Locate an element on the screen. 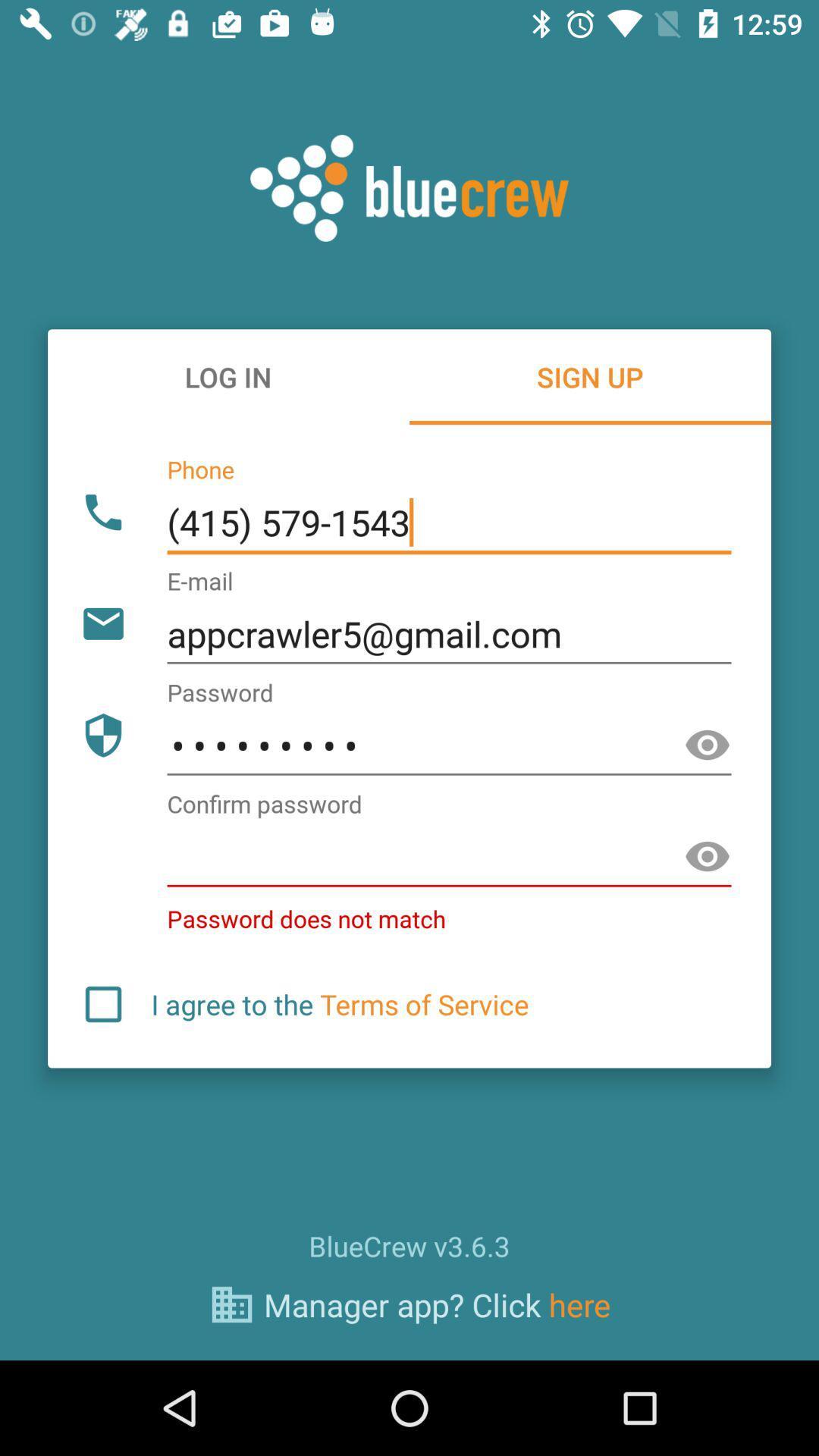 Image resolution: width=819 pixels, height=1456 pixels. password is located at coordinates (448, 858).